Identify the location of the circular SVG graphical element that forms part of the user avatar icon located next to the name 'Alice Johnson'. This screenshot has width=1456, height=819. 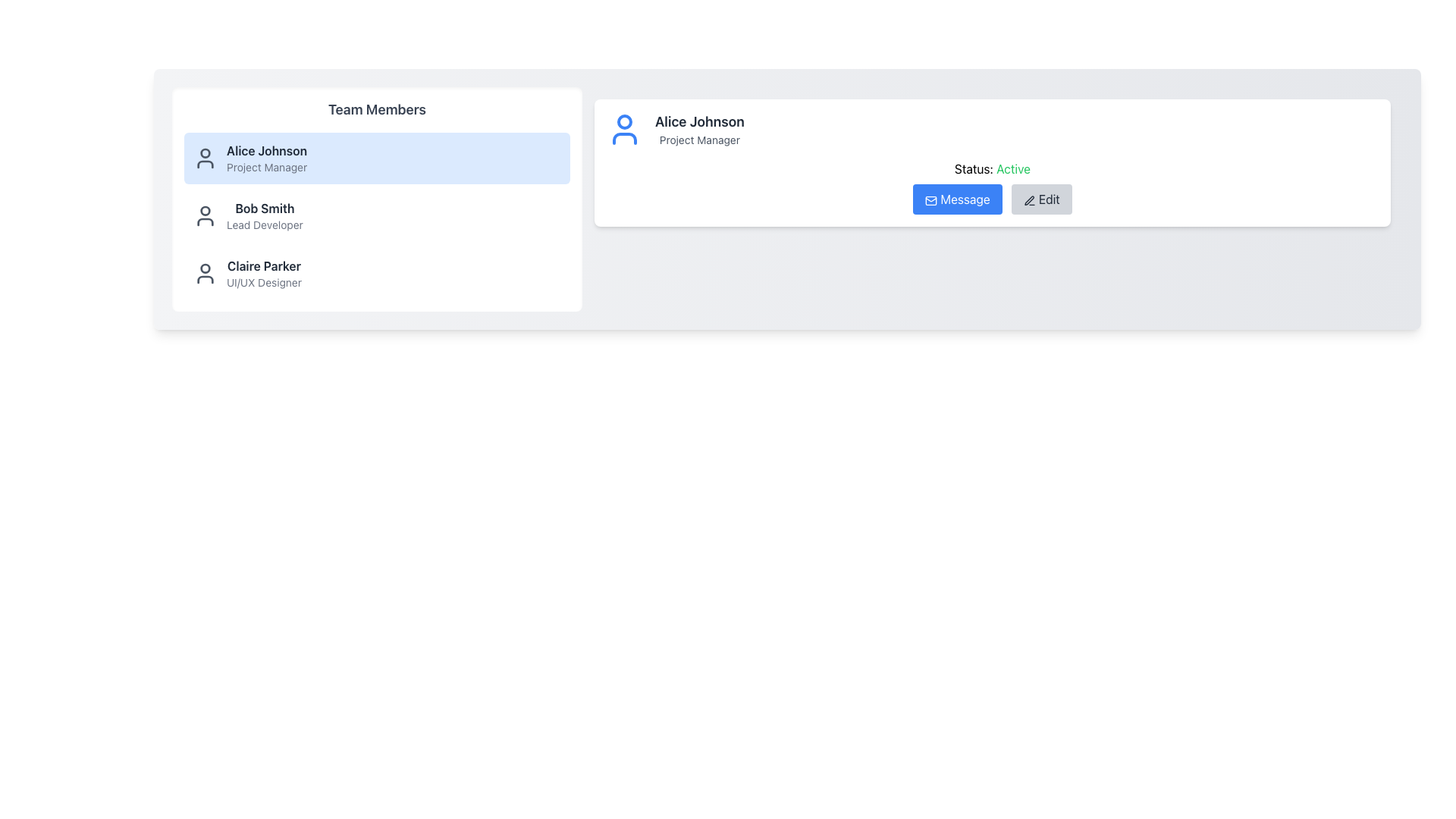
(625, 121).